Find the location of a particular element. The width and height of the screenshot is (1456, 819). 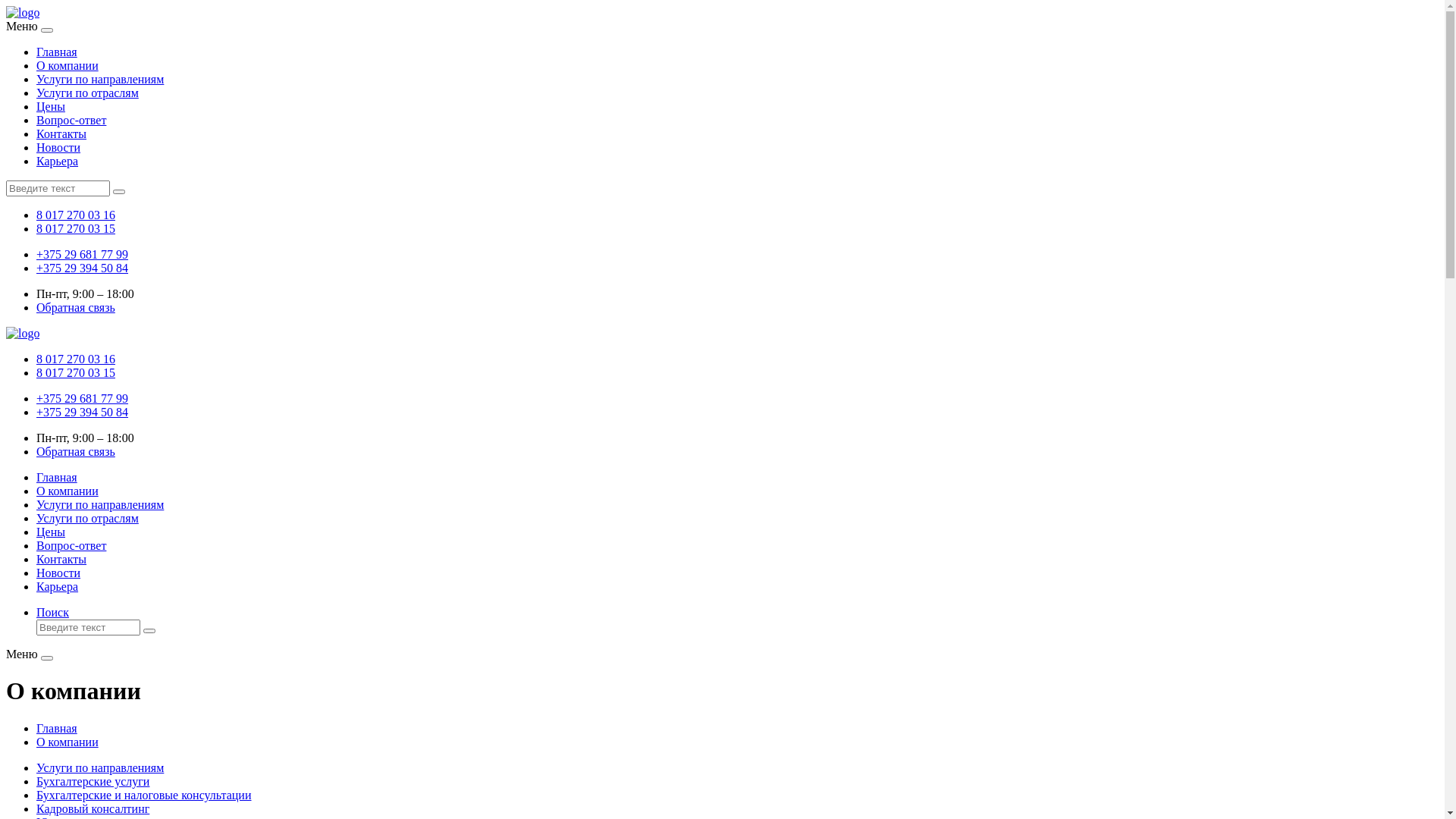

'logo' is located at coordinates (22, 332).